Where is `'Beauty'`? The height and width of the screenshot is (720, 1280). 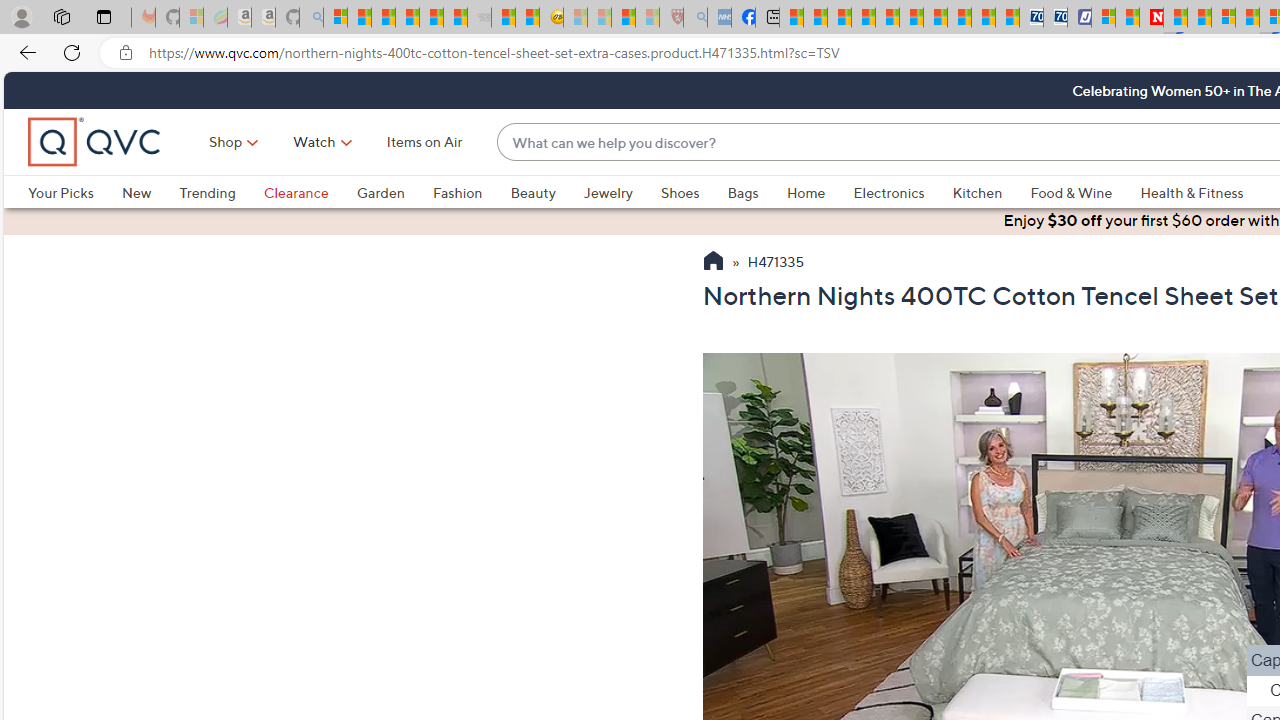 'Beauty' is located at coordinates (546, 192).